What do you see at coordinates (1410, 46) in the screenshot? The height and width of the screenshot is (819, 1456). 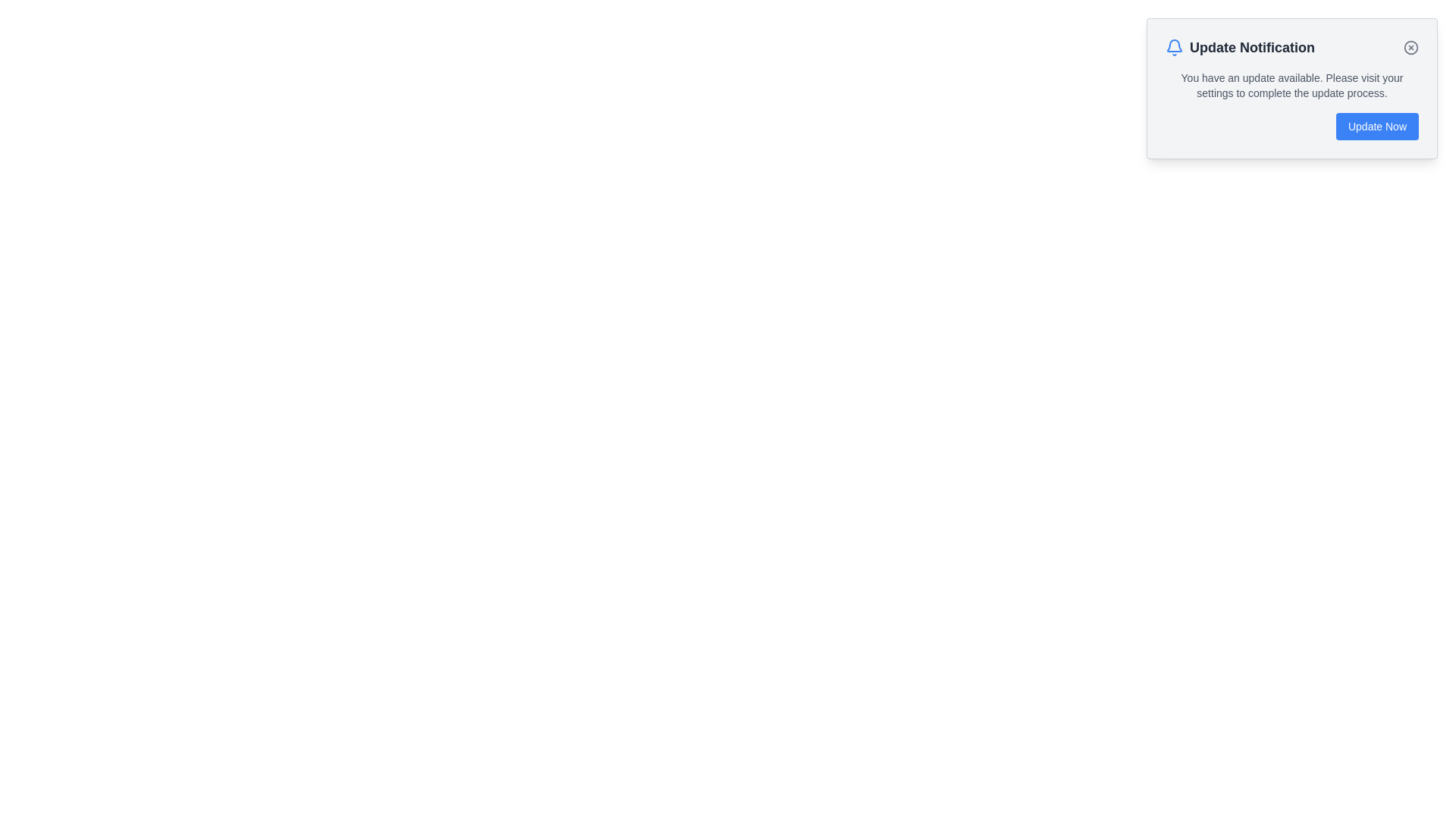 I see `the SVG Circle element that represents a dismiss action in the notification dialog, located at the top-right corner of the notification box` at bounding box center [1410, 46].